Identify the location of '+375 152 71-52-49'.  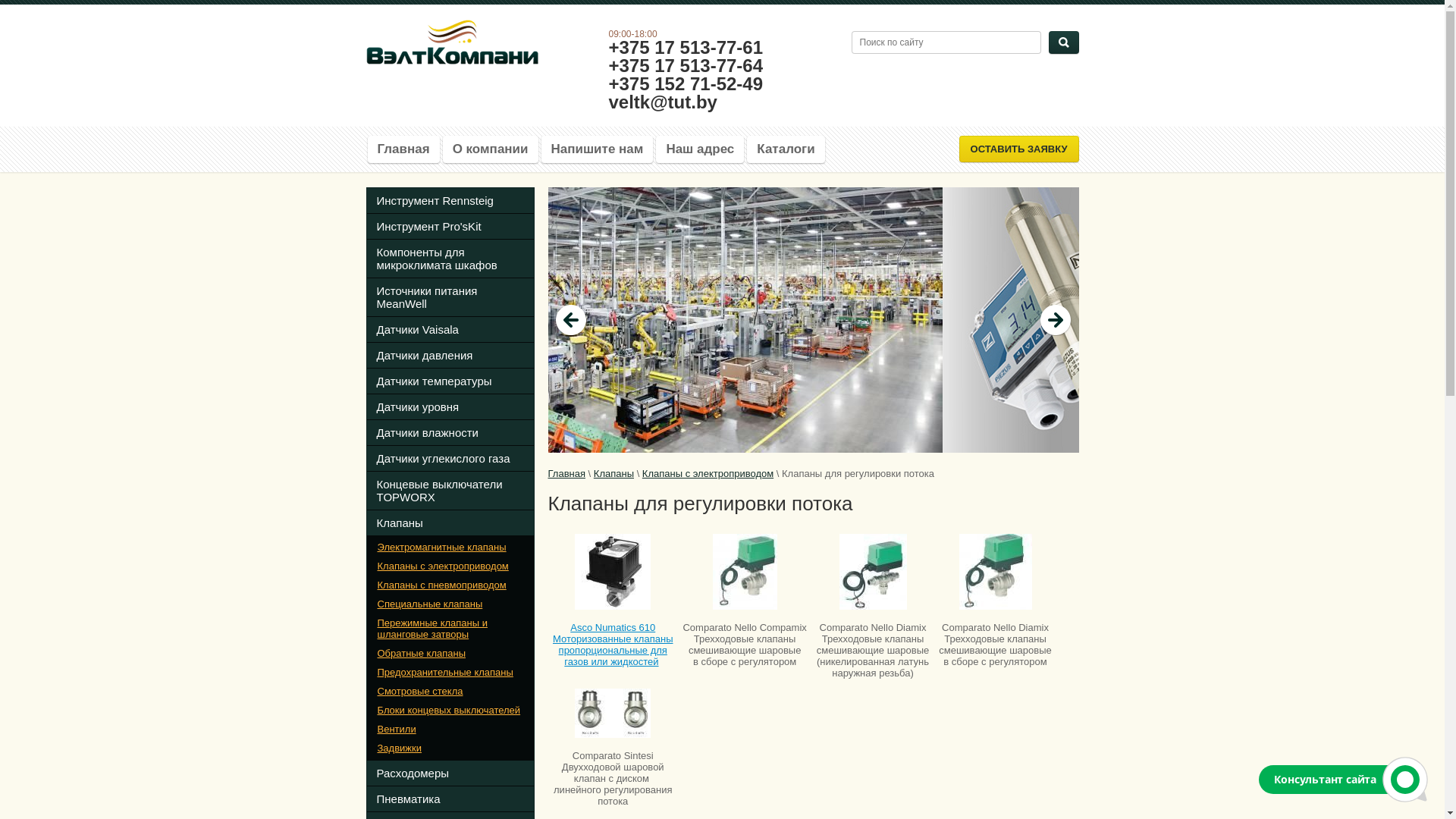
(684, 83).